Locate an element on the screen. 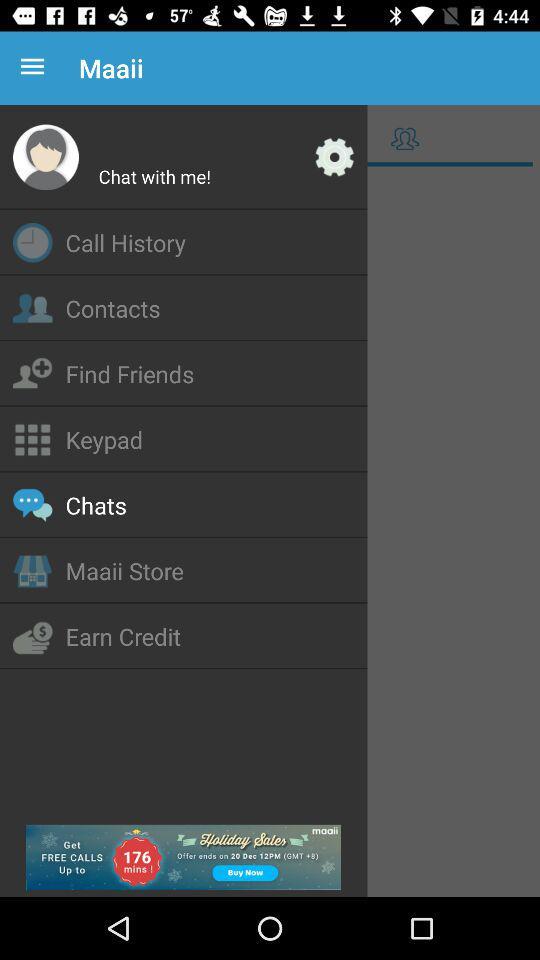  settings is located at coordinates (334, 156).